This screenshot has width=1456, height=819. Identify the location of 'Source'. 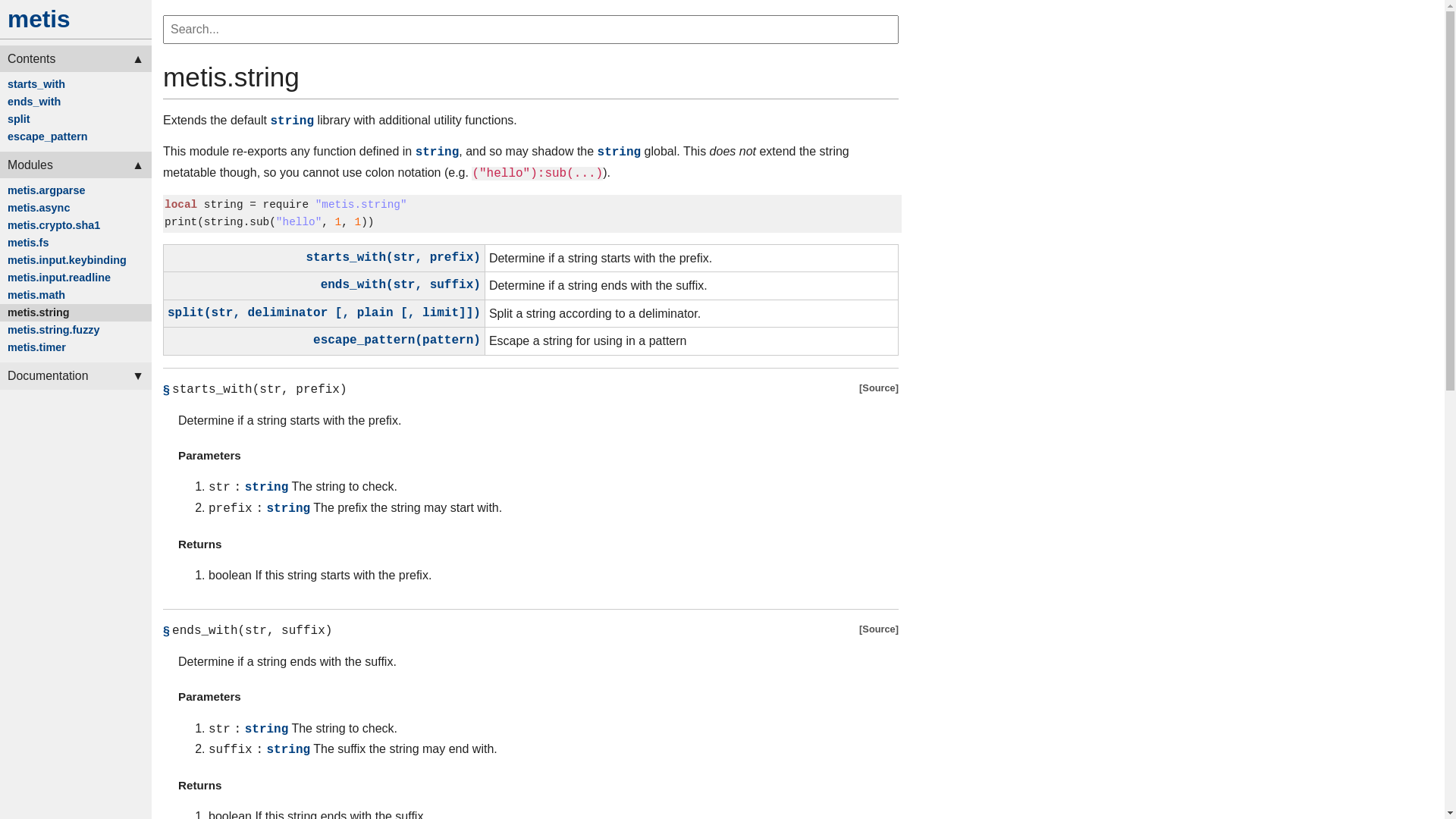
(878, 390).